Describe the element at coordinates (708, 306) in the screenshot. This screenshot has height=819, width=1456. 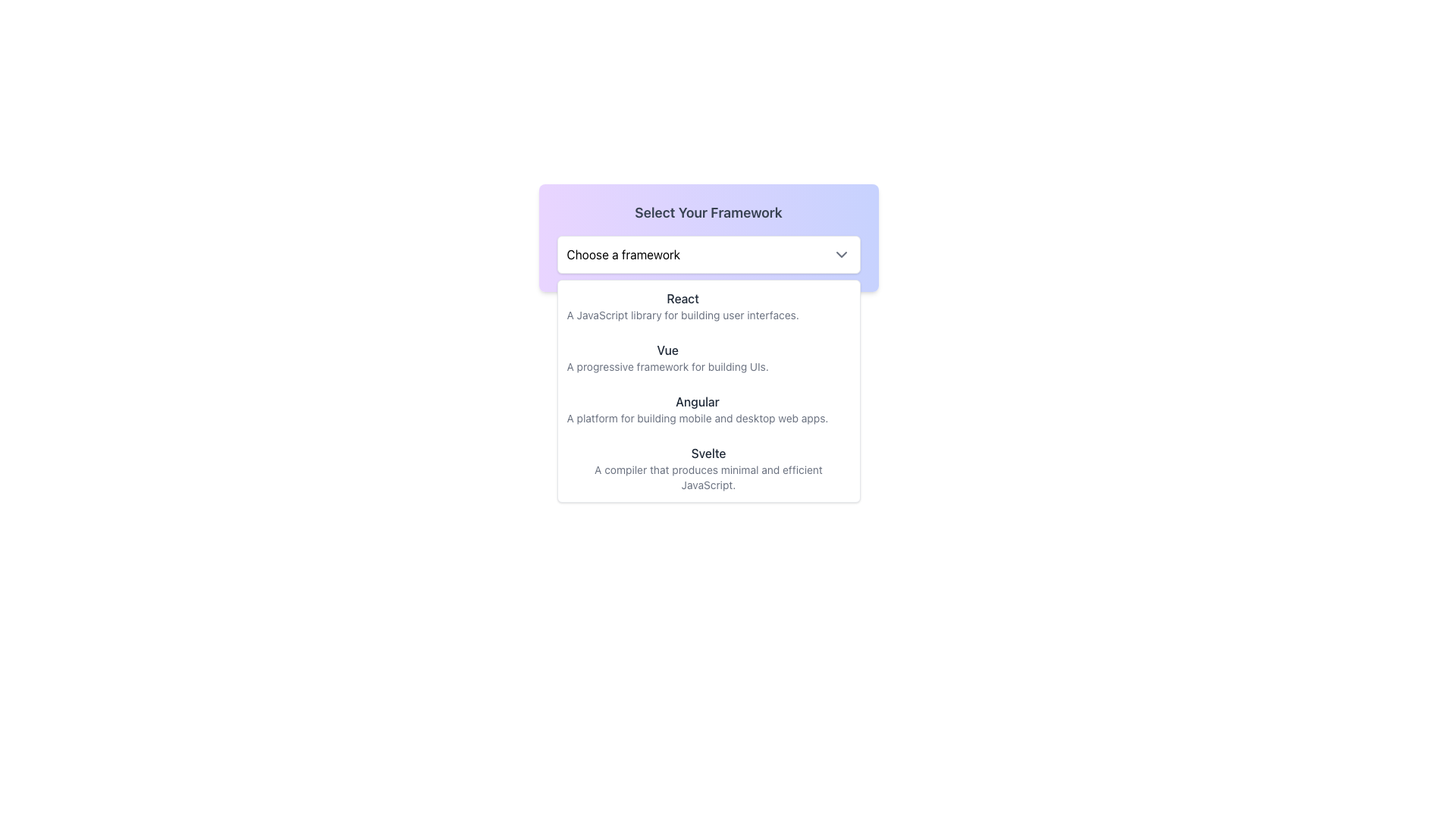
I see `the first list item in the dropdown menu that displays the text 'React' and its description` at that location.